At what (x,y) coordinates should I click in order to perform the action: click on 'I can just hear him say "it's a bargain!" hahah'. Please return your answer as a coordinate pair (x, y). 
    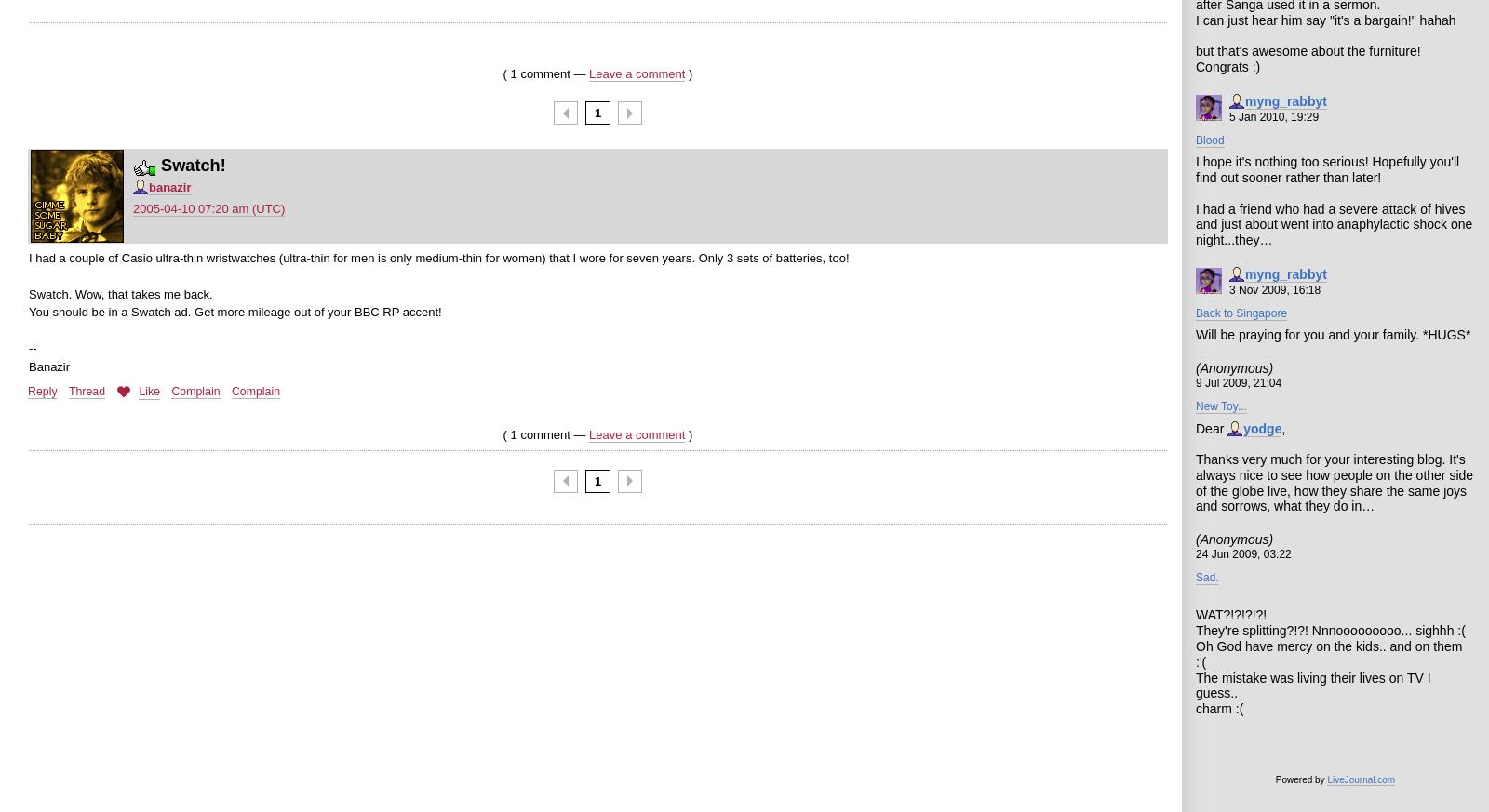
    Looking at the image, I should click on (1194, 19).